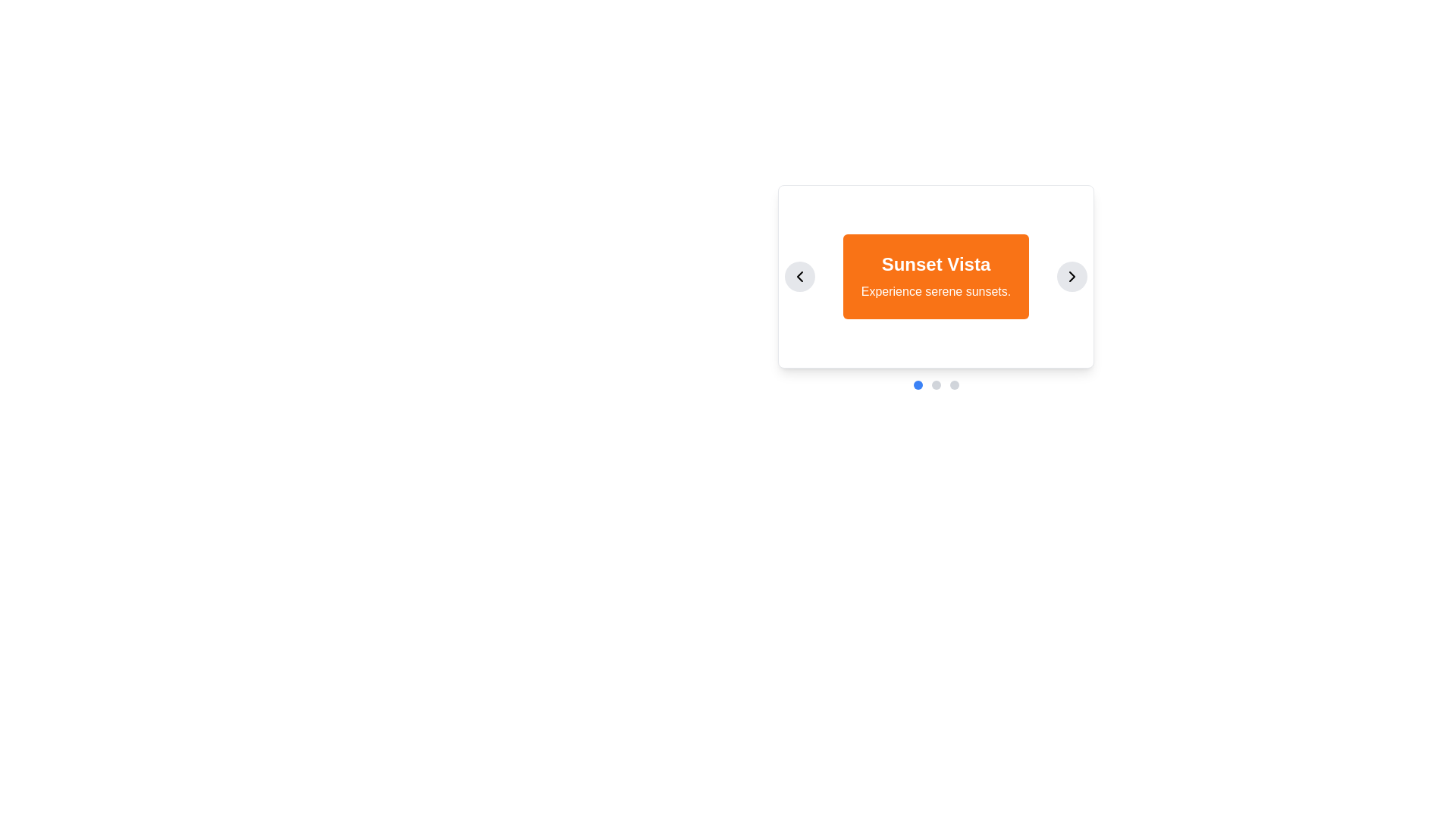 The width and height of the screenshot is (1456, 819). I want to click on one of the circles in the Carousel navigation indicator located below the 'Sunset Vista' text, so click(935, 384).